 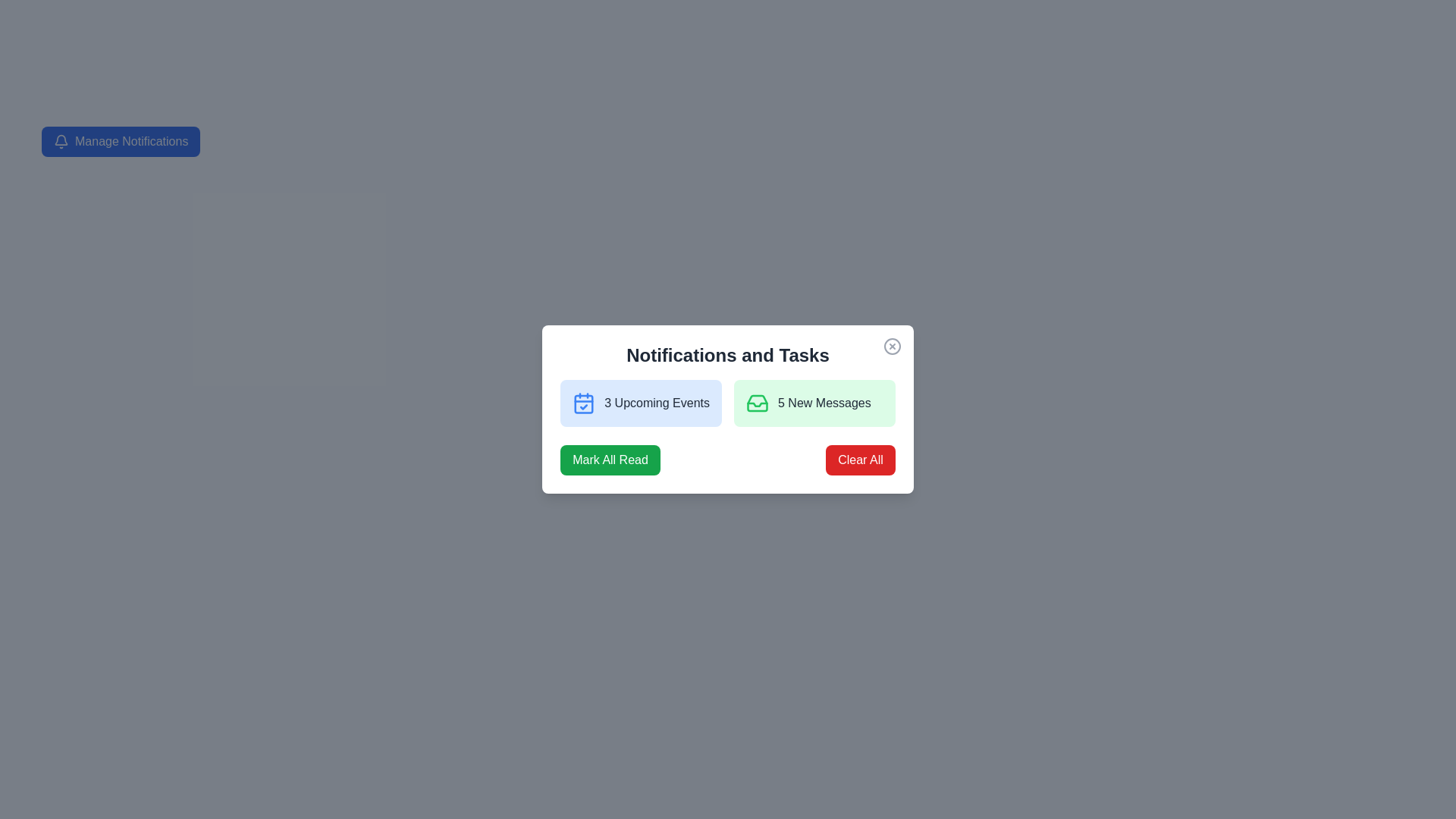 I want to click on the 5 new messages indicated by the Notification item located in the right column of the notifications panel, so click(x=814, y=403).